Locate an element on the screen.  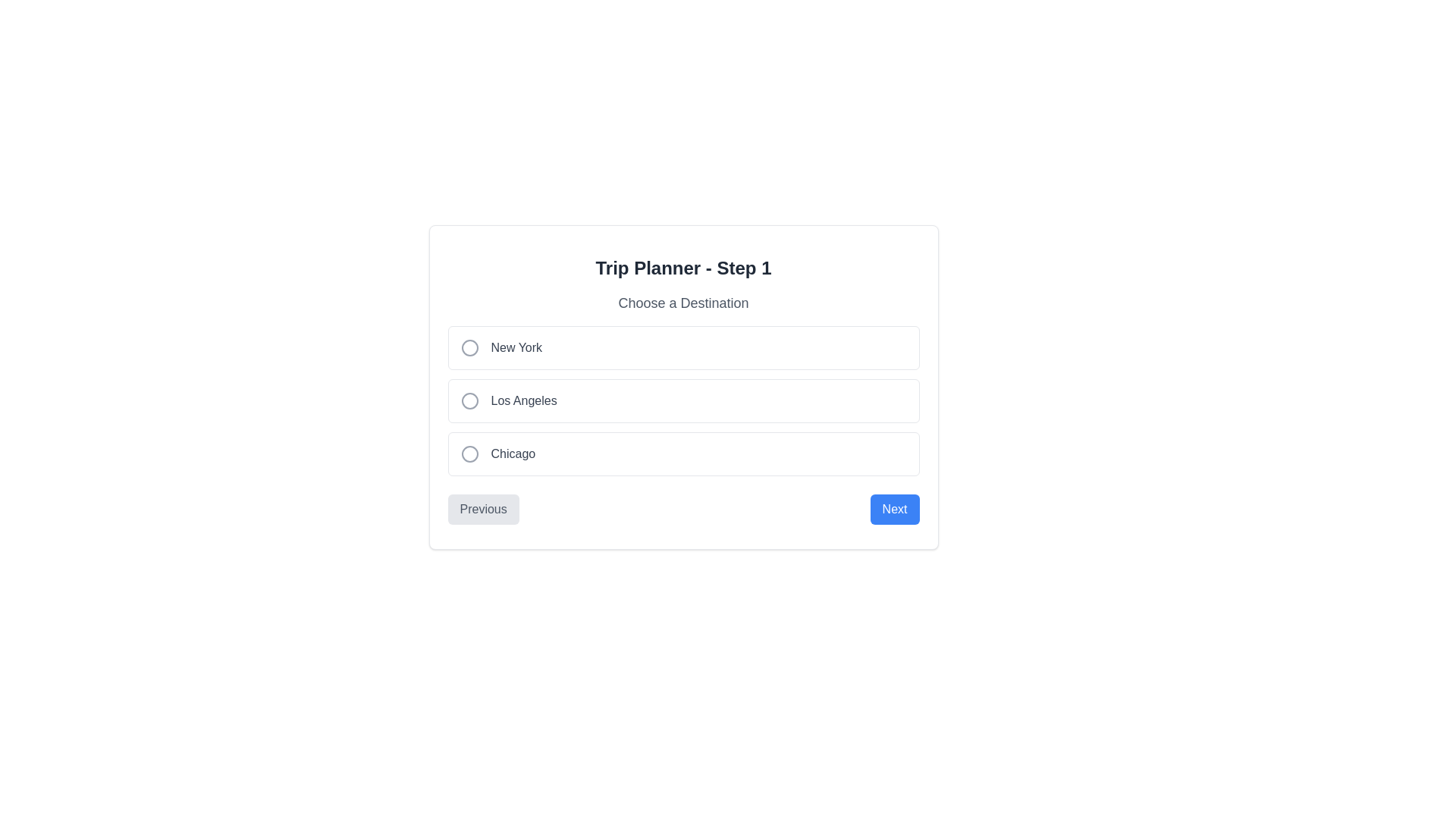
the circular visual decoration of the radio button associated with the 'Chicago' option, which is the third item in the list of destinations is located at coordinates (469, 453).